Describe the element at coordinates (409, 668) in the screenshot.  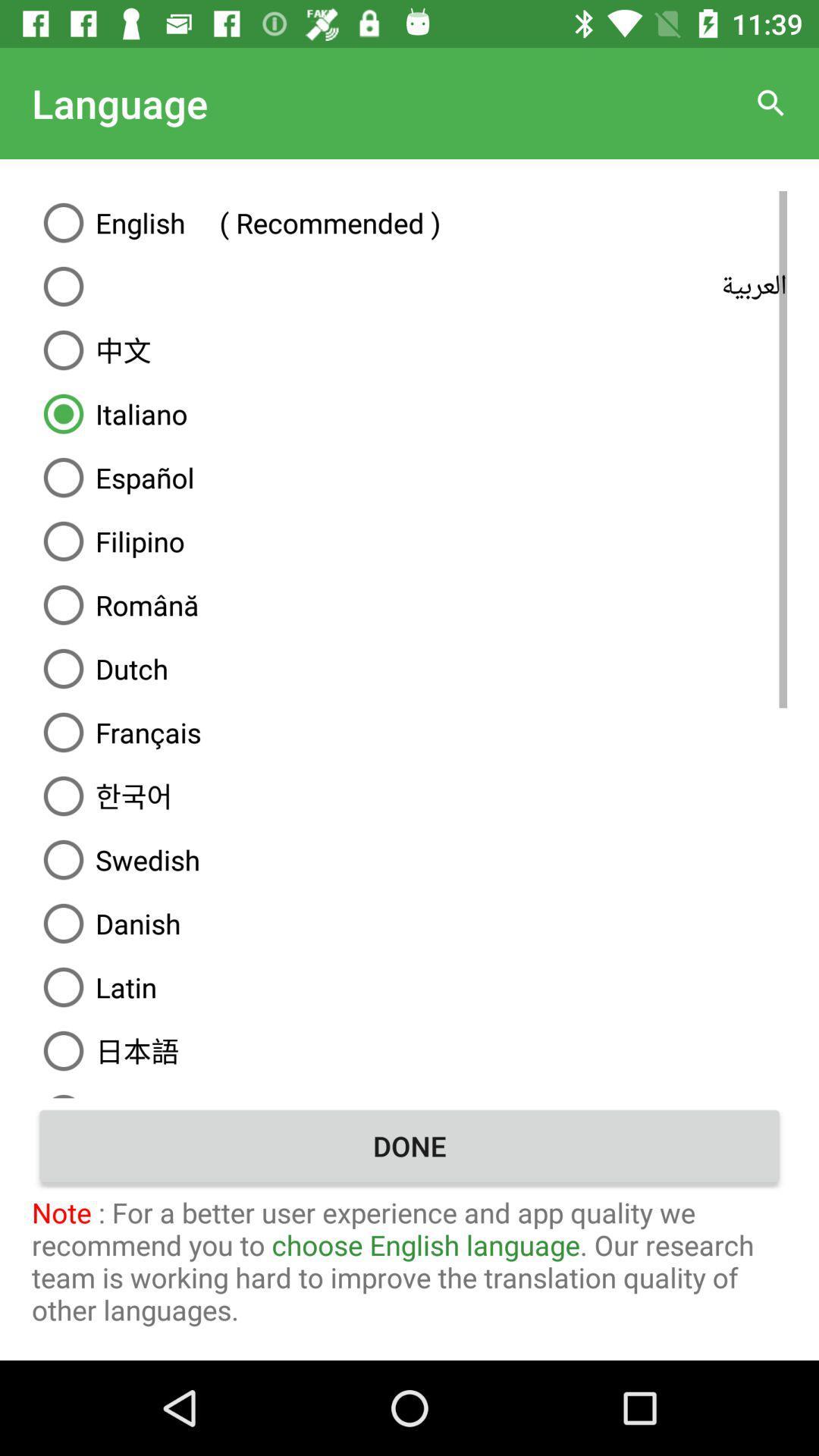
I see `dutch item` at that location.